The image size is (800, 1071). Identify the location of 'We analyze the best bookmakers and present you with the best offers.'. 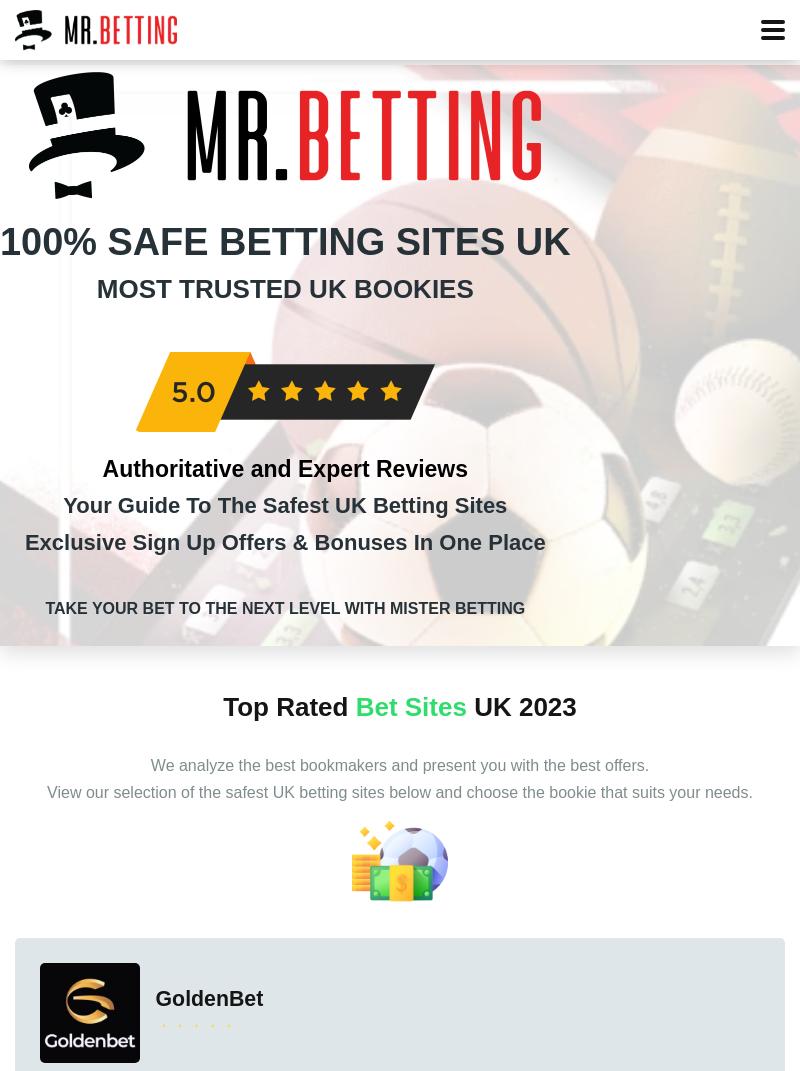
(398, 765).